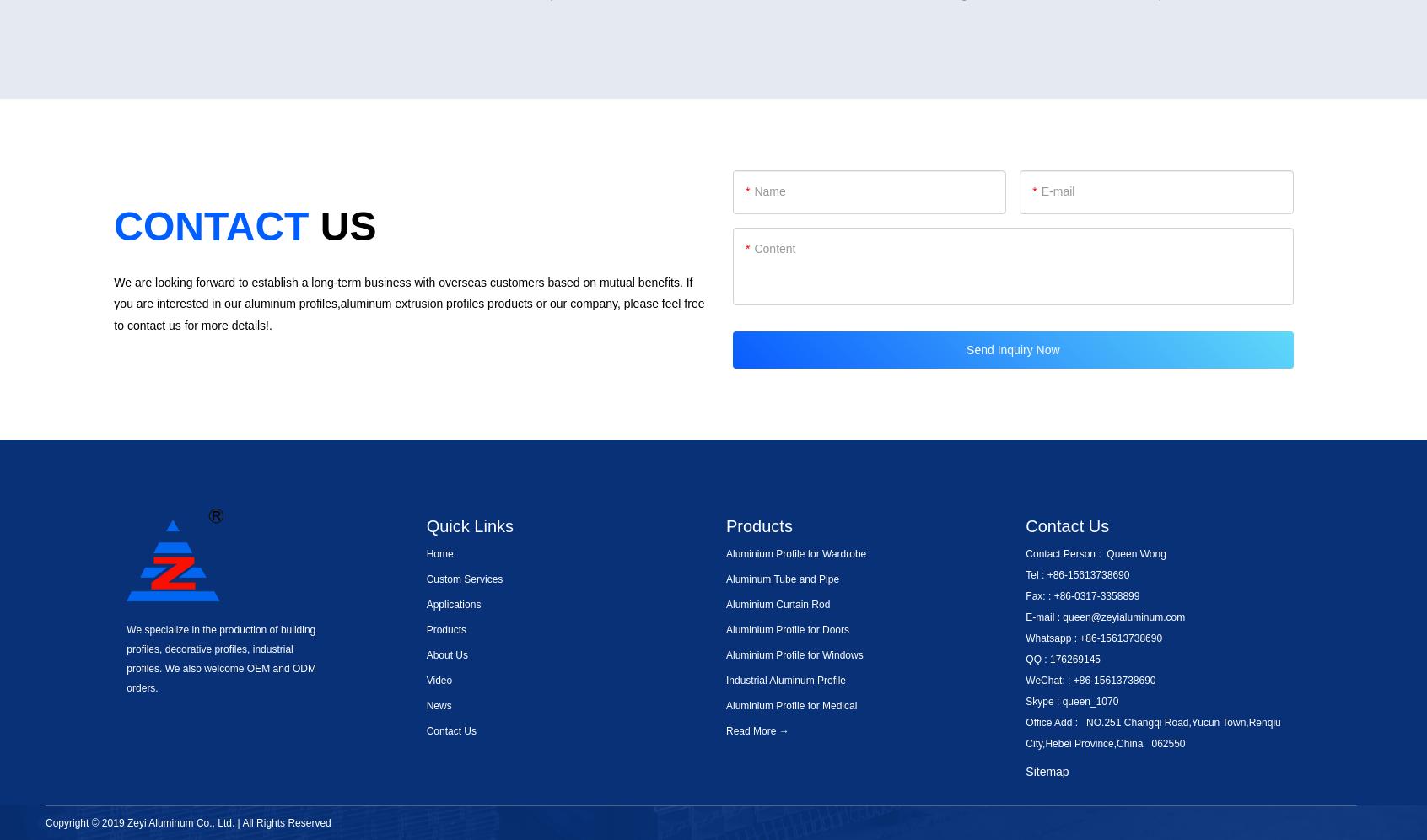 The height and width of the screenshot is (840, 1427). Describe the element at coordinates (1090, 678) in the screenshot. I see `'WeChat: : +86-15613738690'` at that location.